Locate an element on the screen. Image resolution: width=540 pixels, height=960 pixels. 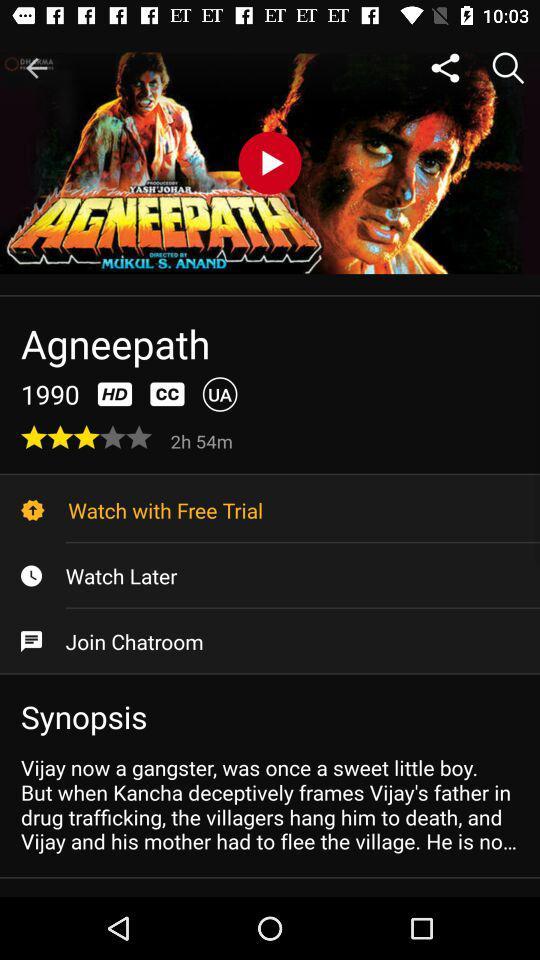
the item above the watch with free is located at coordinates (203, 440).